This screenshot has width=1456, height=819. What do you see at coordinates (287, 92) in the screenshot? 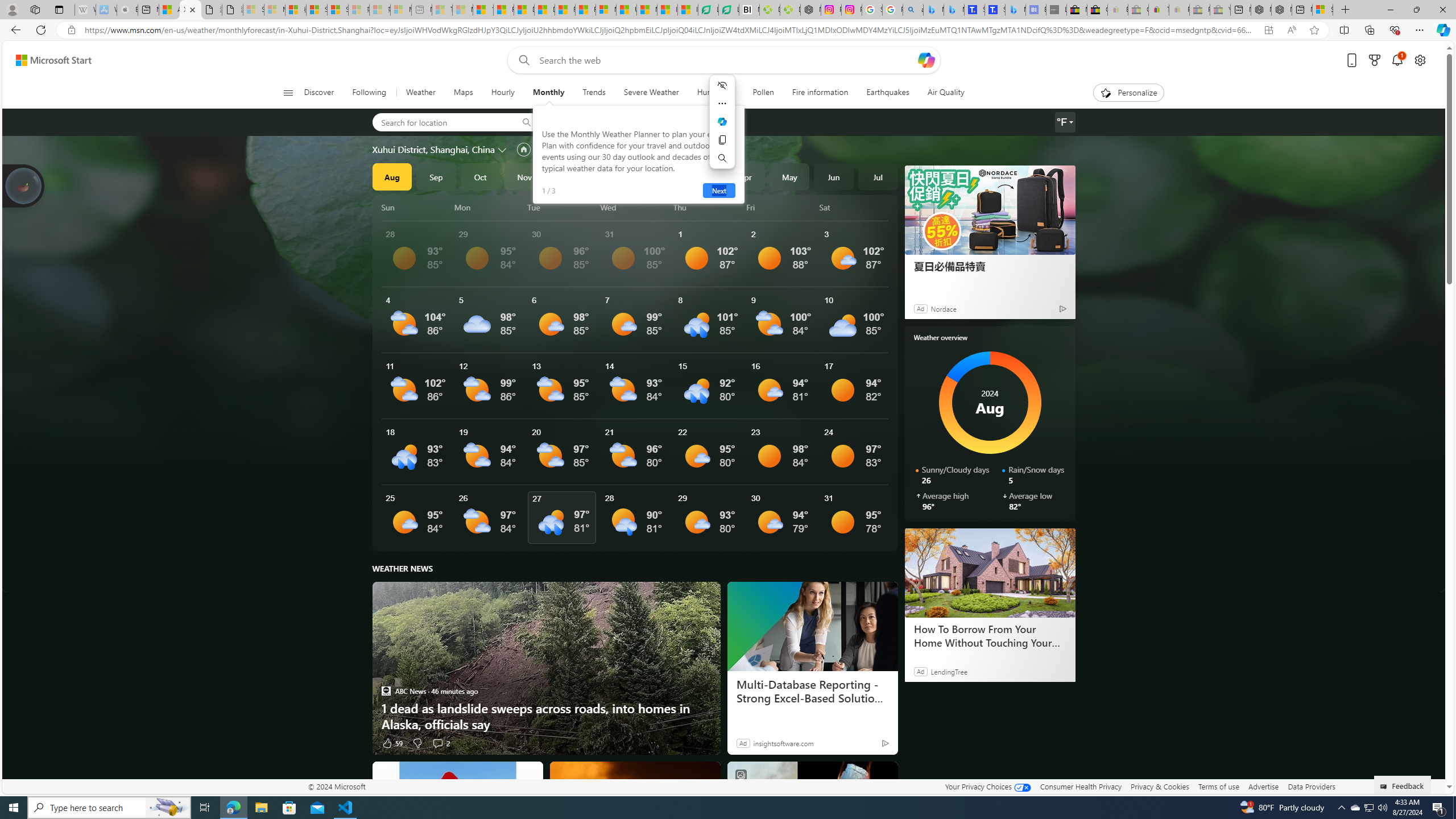
I see `'Class: button-glyph'` at bounding box center [287, 92].